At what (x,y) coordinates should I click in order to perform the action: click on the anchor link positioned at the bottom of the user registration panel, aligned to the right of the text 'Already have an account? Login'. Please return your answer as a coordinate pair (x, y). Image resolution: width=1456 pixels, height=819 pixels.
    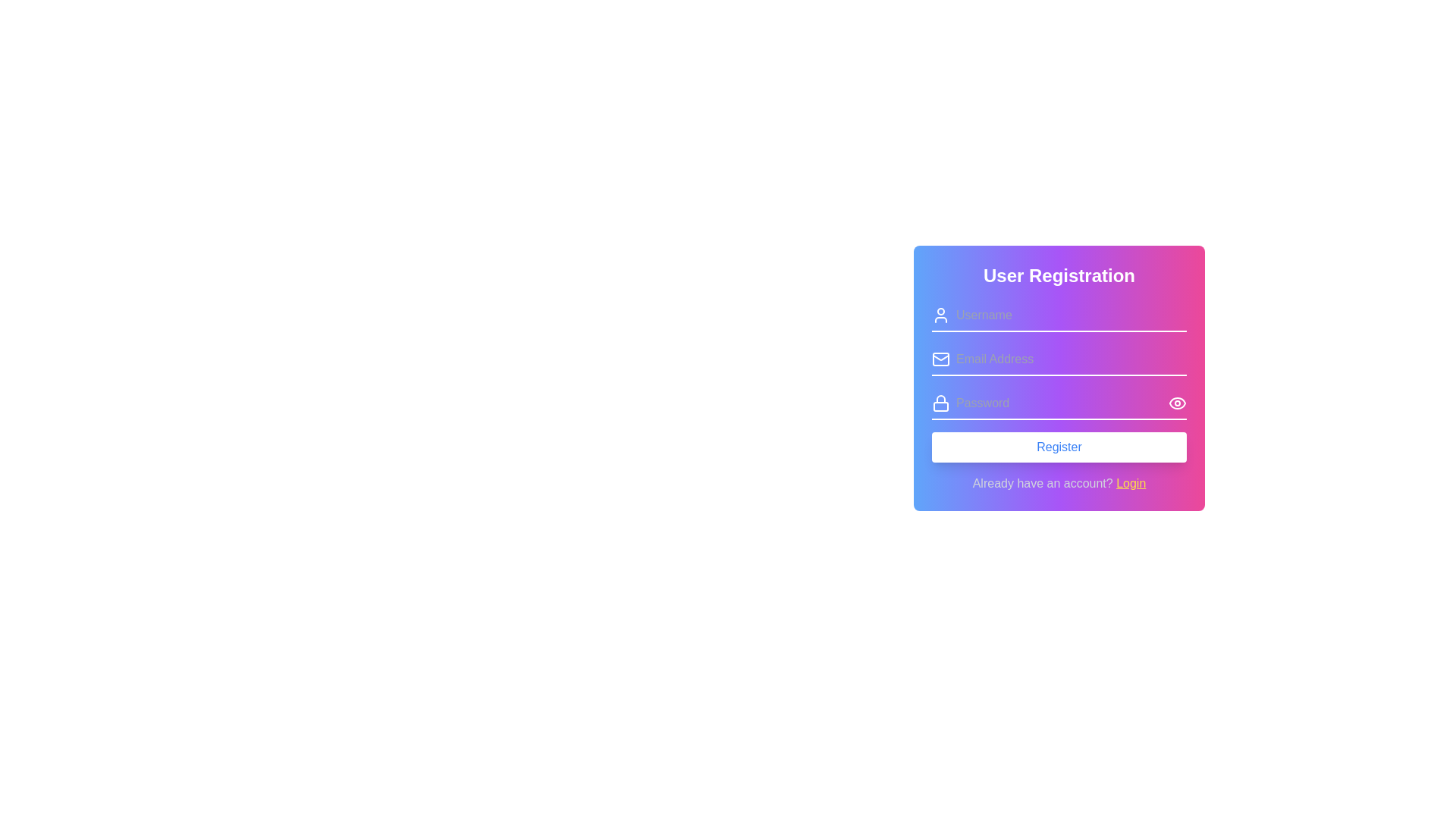
    Looking at the image, I should click on (1131, 483).